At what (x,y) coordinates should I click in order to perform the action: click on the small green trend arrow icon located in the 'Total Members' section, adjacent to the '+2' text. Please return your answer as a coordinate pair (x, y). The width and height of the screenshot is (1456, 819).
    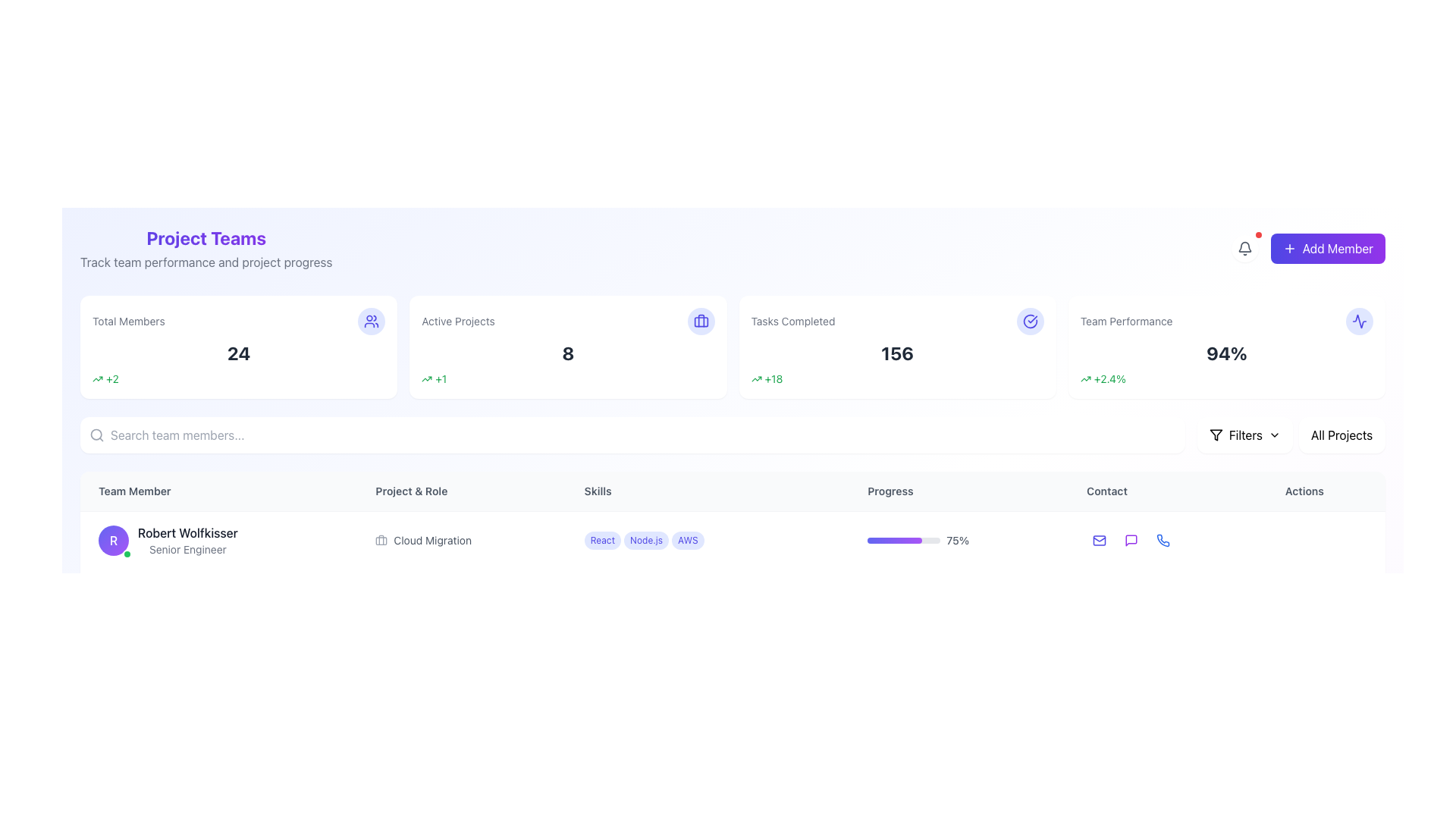
    Looking at the image, I should click on (97, 378).